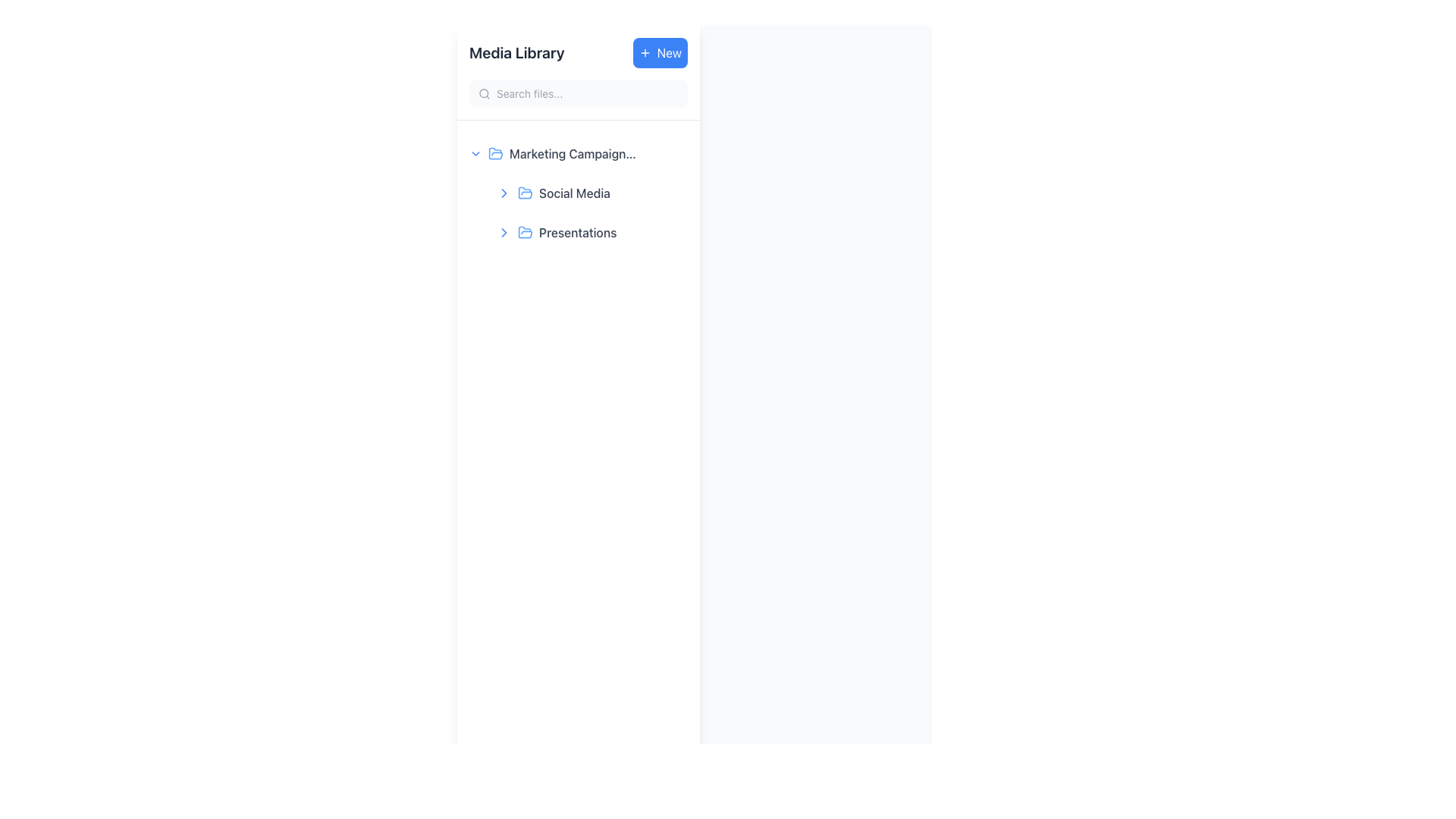 Image resolution: width=1456 pixels, height=819 pixels. What do you see at coordinates (525, 233) in the screenshot?
I see `the light blue folder icon positioned to the left of the 'Presentations' text, which is the second element to the right of a chevron down arrow icon` at bounding box center [525, 233].